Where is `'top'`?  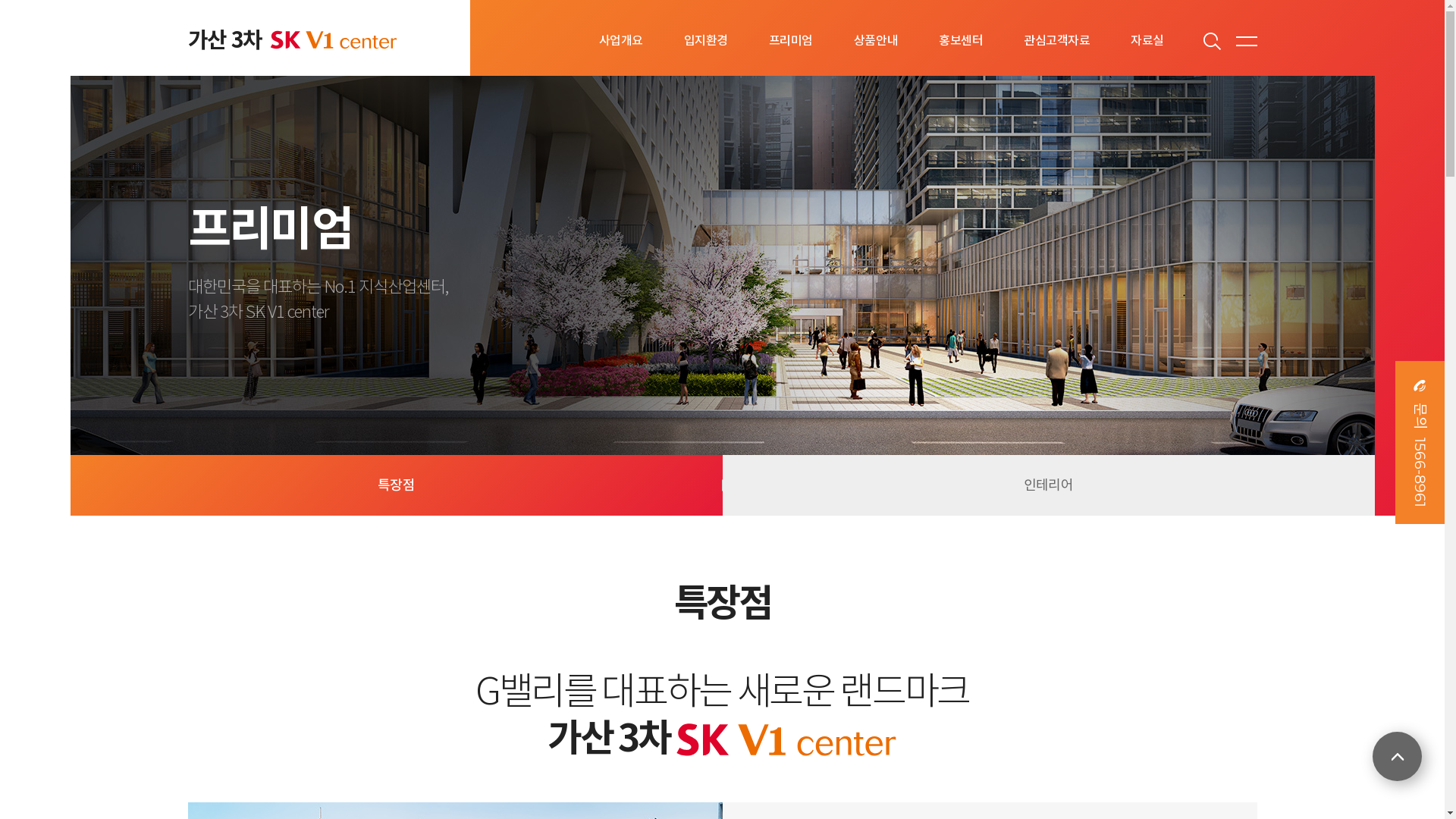
'top' is located at coordinates (1372, 756).